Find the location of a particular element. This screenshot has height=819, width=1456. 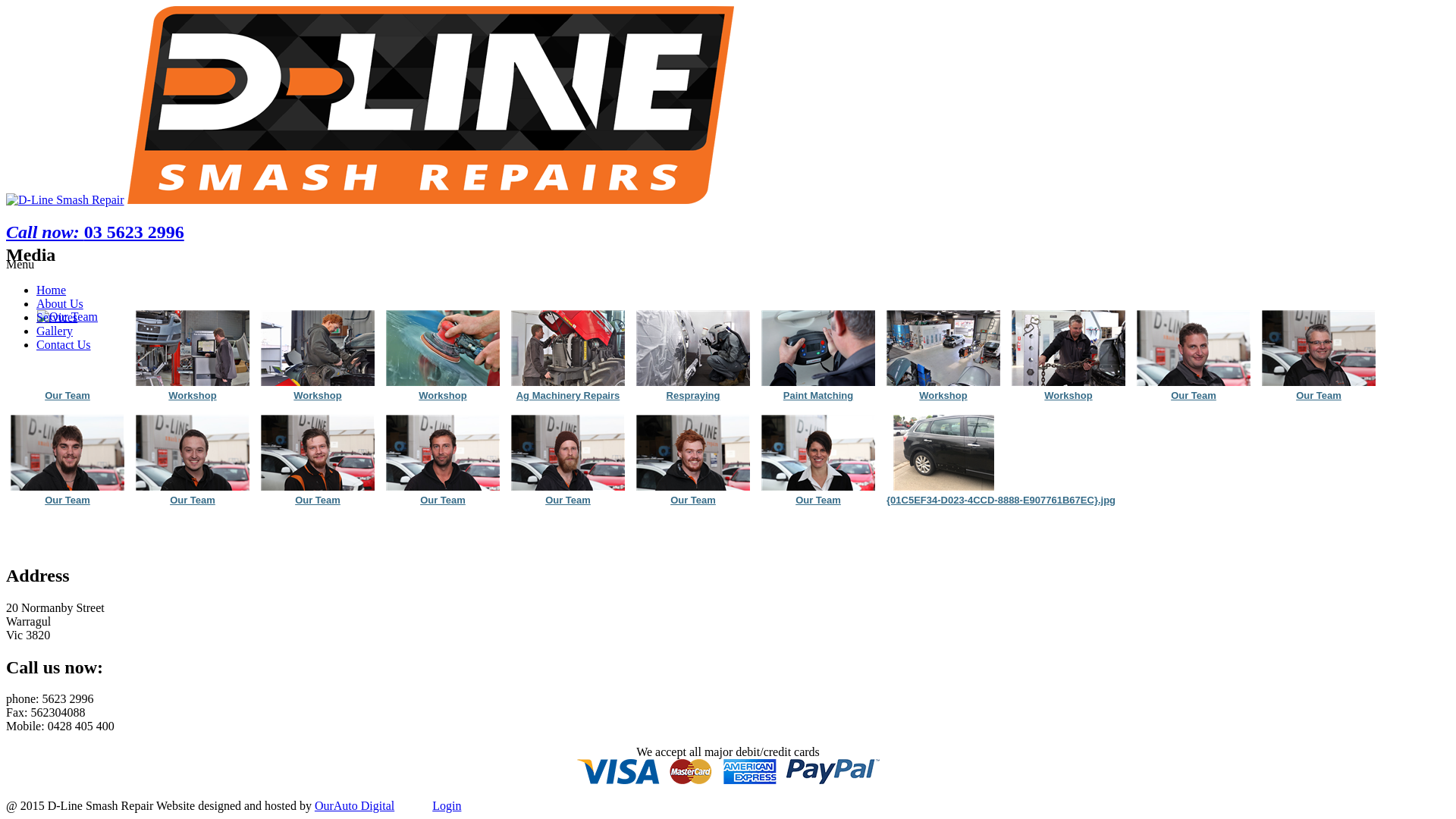

'Respraying' is located at coordinates (692, 348).